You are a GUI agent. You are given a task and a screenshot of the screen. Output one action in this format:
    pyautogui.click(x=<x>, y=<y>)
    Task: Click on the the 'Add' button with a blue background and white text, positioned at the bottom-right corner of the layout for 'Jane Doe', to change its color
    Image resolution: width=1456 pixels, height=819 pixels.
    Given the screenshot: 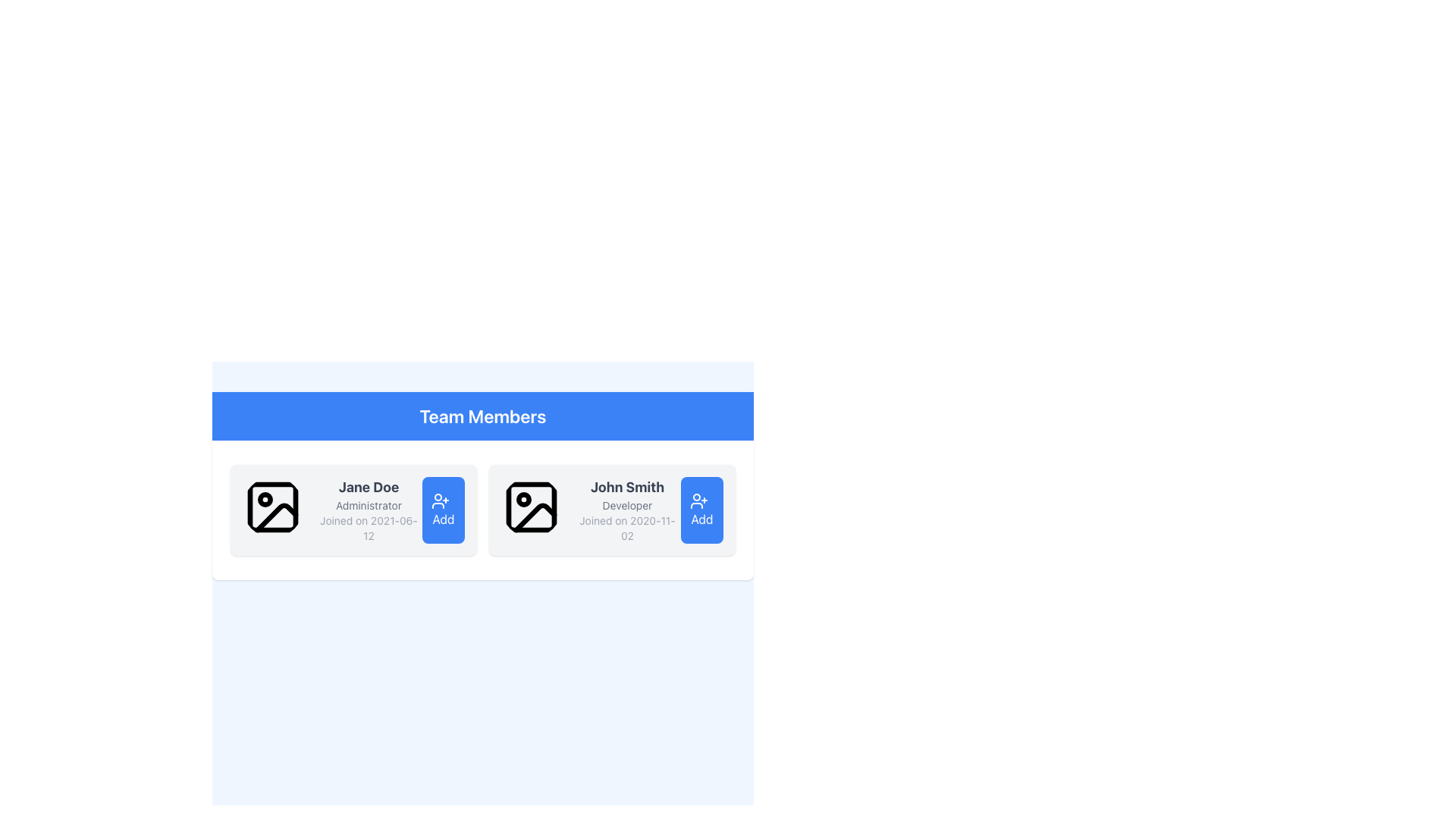 What is the action you would take?
    pyautogui.click(x=443, y=510)
    